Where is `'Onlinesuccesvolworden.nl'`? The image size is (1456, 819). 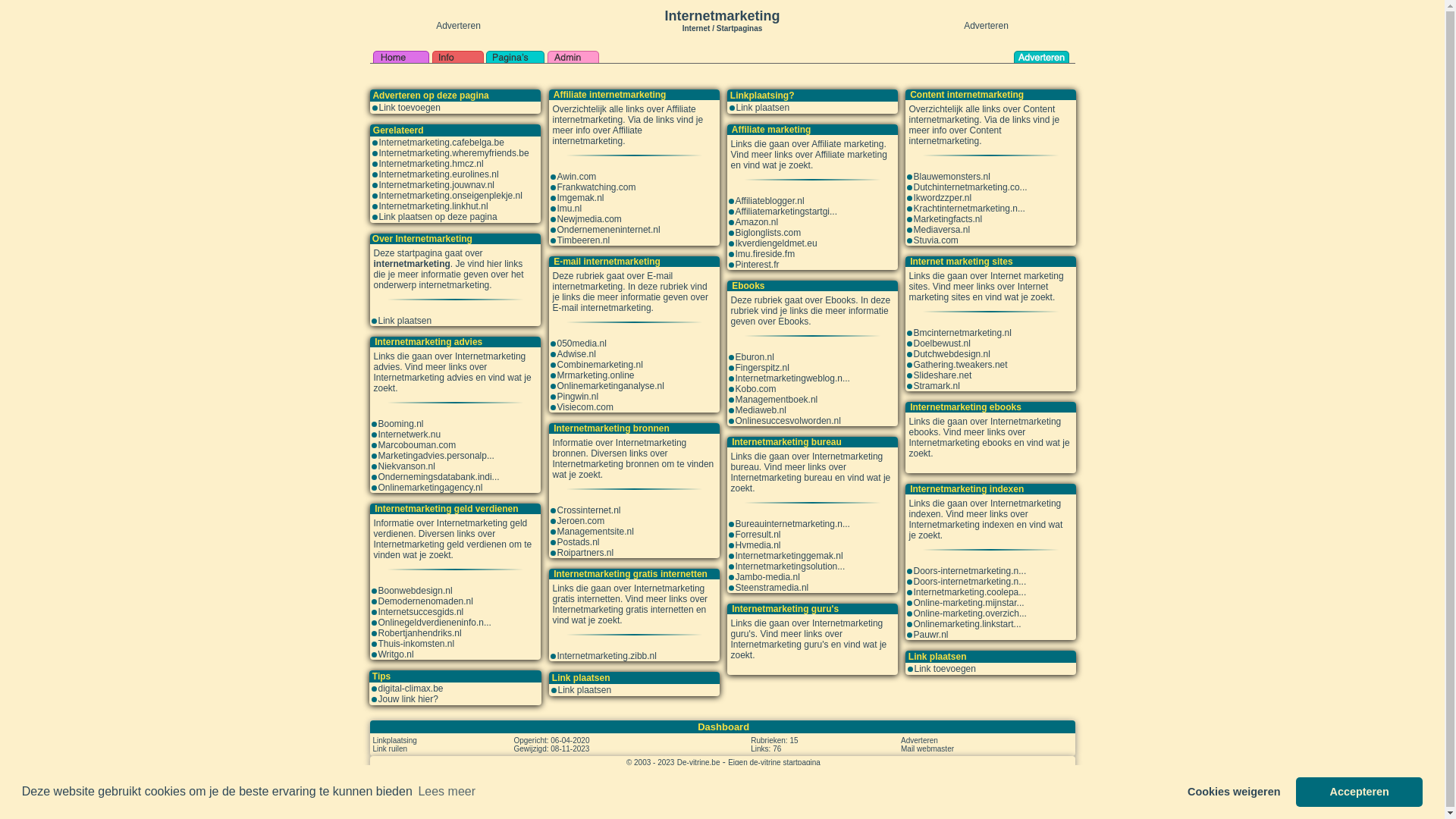
'Onlinesuccesvolworden.nl' is located at coordinates (788, 421).